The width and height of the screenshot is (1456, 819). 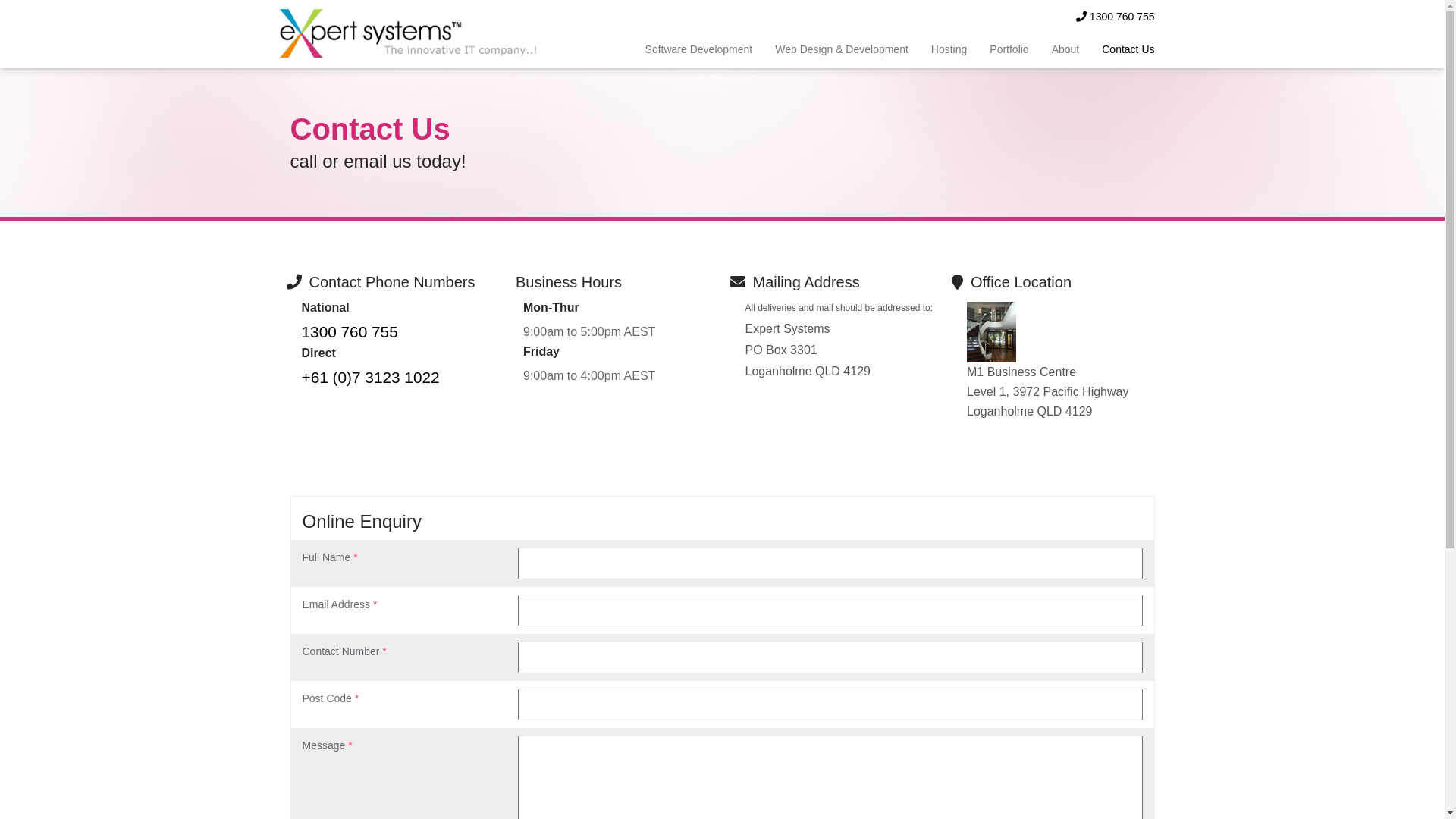 What do you see at coordinates (1009, 49) in the screenshot?
I see `'Portfolio'` at bounding box center [1009, 49].